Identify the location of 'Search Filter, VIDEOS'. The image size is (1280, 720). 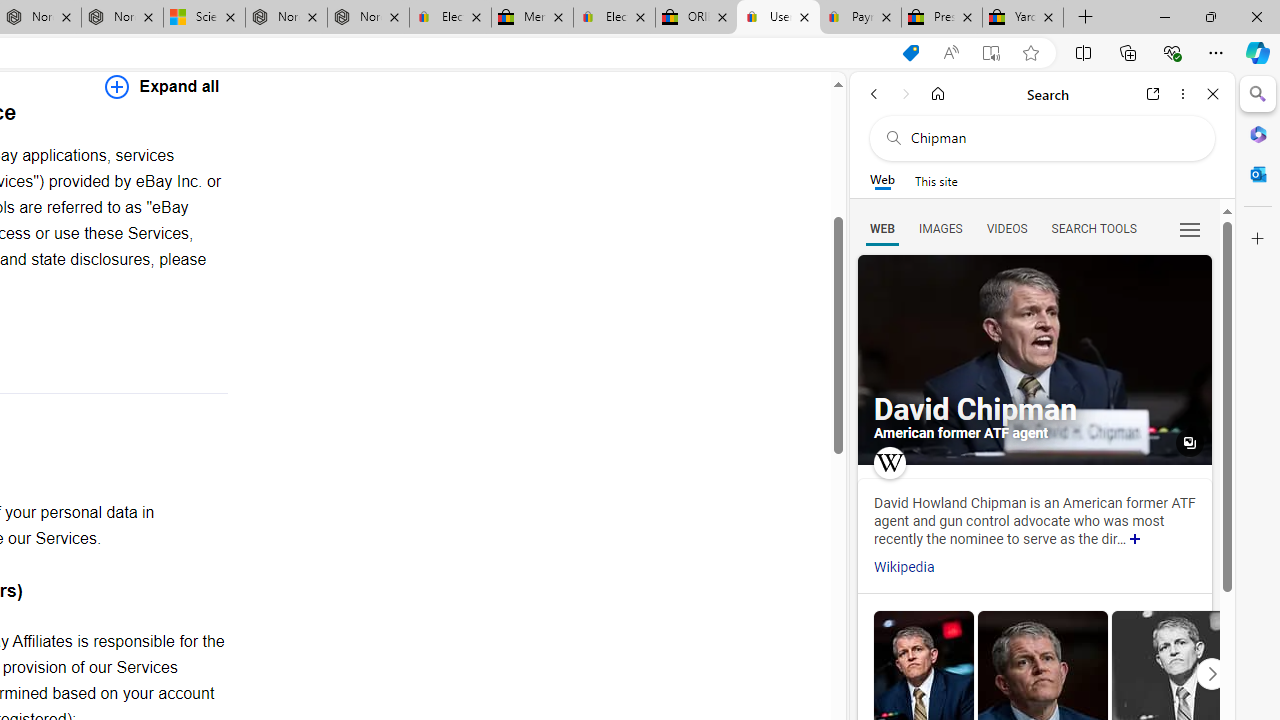
(1006, 227).